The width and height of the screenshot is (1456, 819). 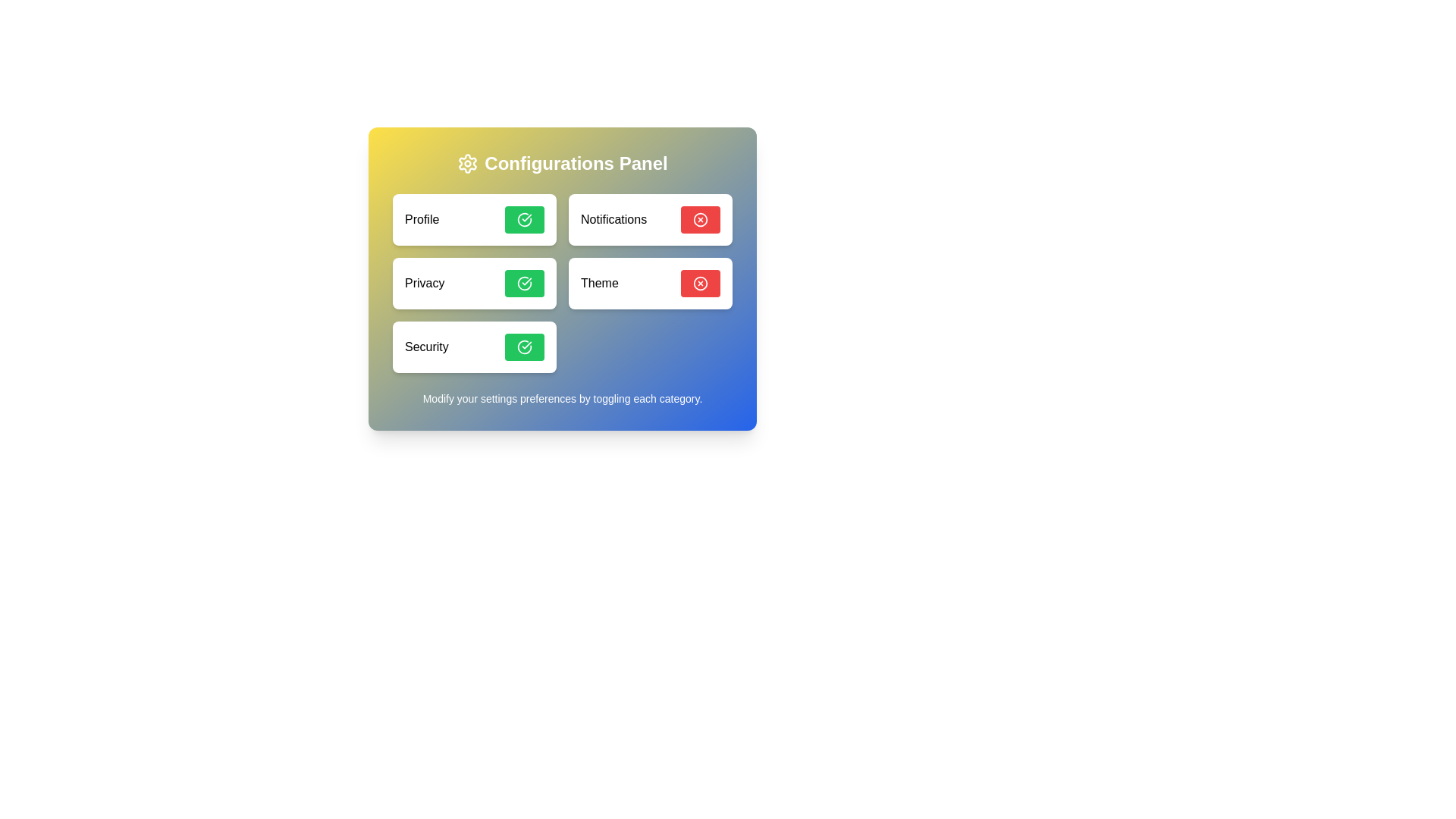 I want to click on the 'Theme' toggle button located on the right side of the configurations panel, so click(x=700, y=284).